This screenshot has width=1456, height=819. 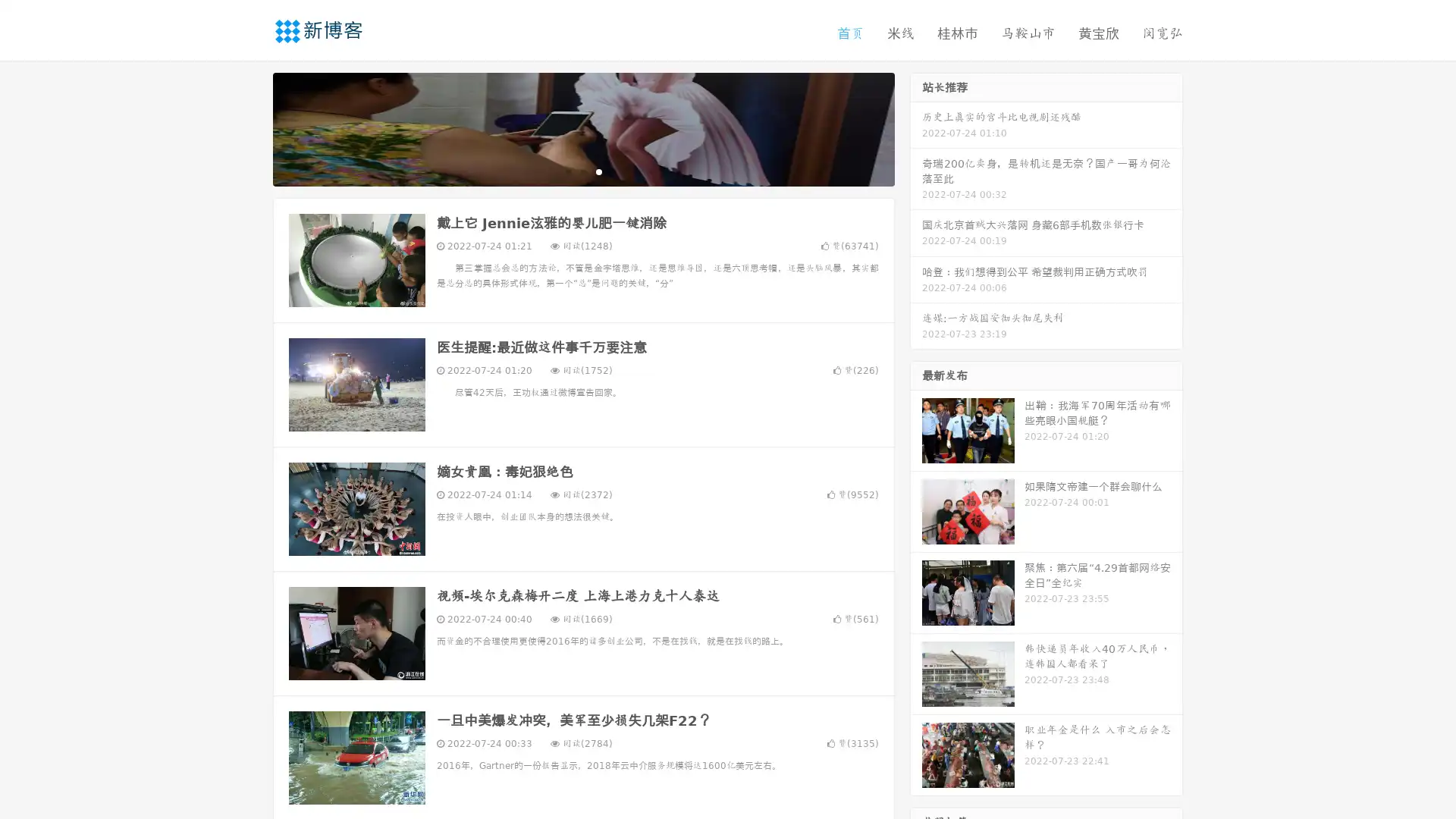 I want to click on Previous slide, so click(x=250, y=127).